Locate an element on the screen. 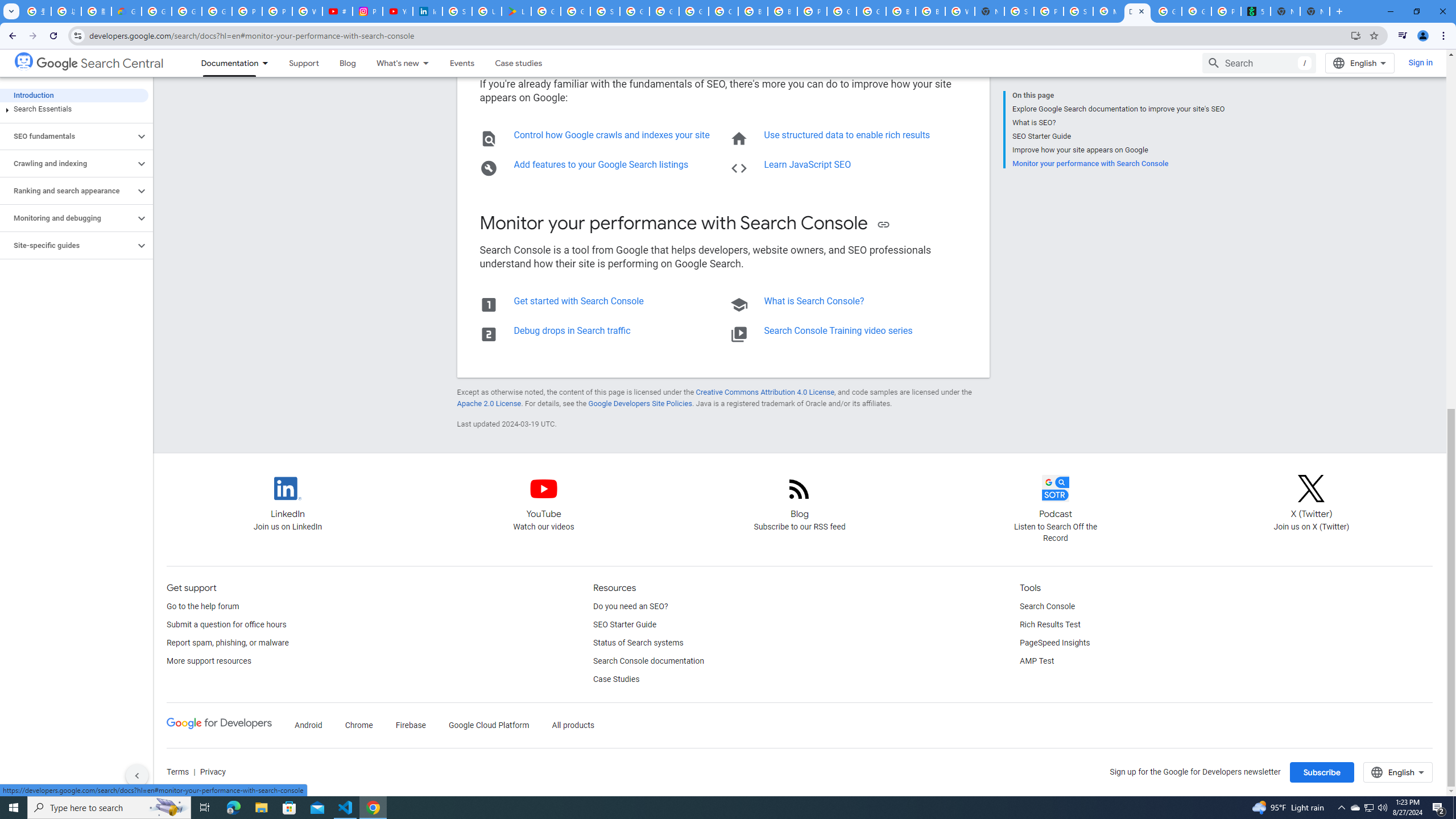  'Debug drops in Search traffic' is located at coordinates (572, 330).